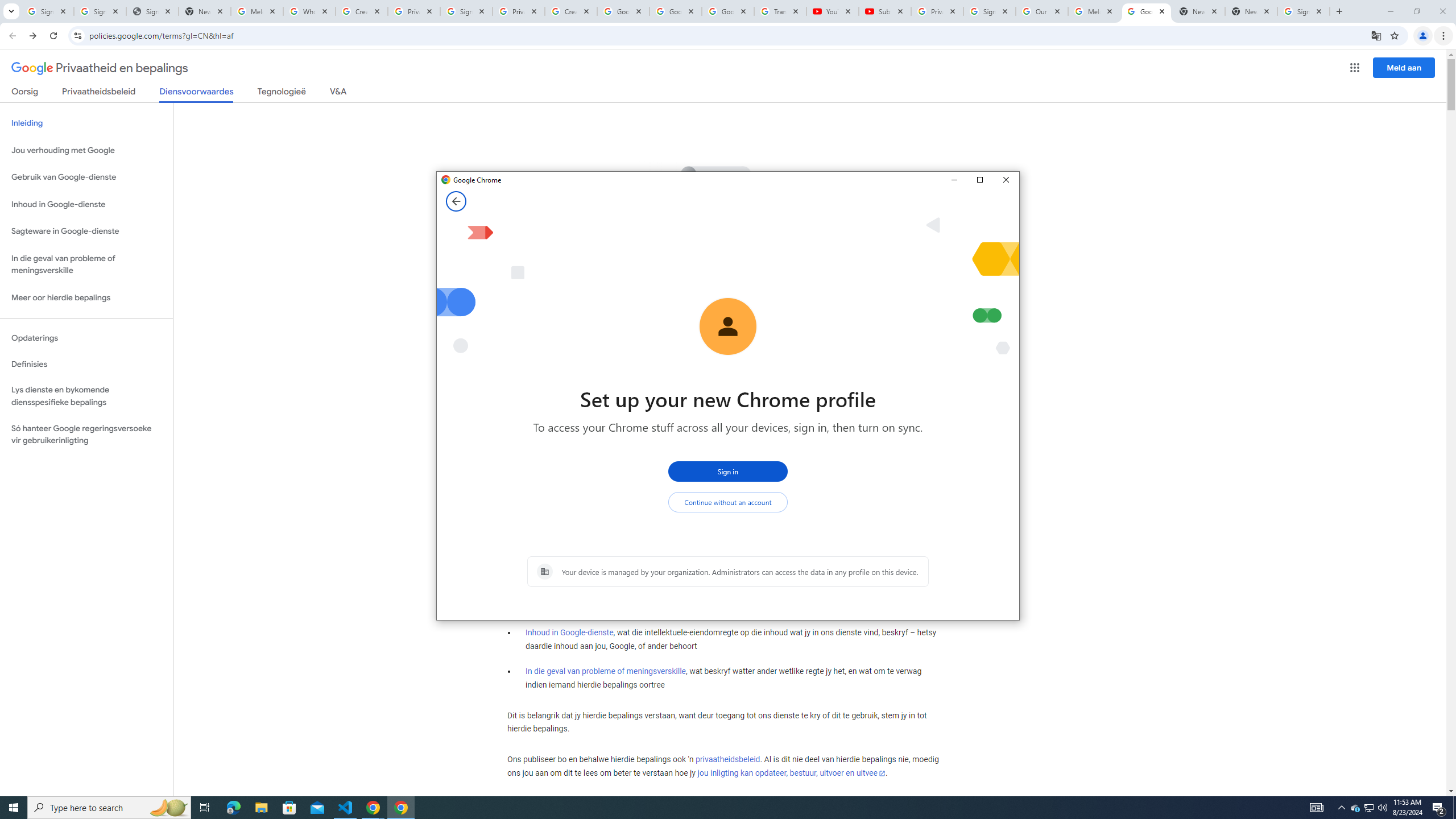 This screenshot has width=1456, height=819. I want to click on 'Diensvoorwaardes', so click(196, 94).